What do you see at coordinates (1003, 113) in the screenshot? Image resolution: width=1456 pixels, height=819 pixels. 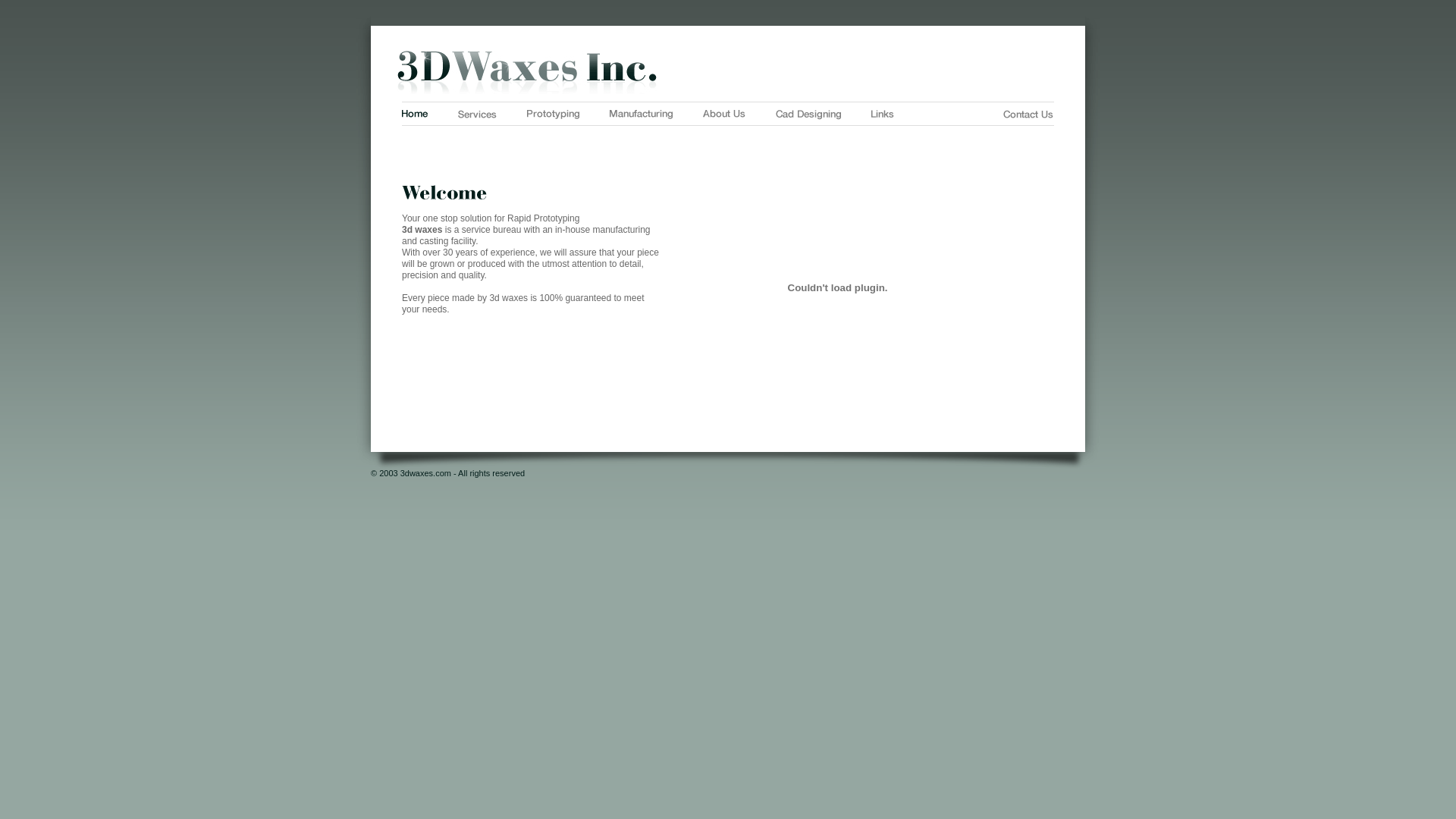 I see `'Contact Us'` at bounding box center [1003, 113].